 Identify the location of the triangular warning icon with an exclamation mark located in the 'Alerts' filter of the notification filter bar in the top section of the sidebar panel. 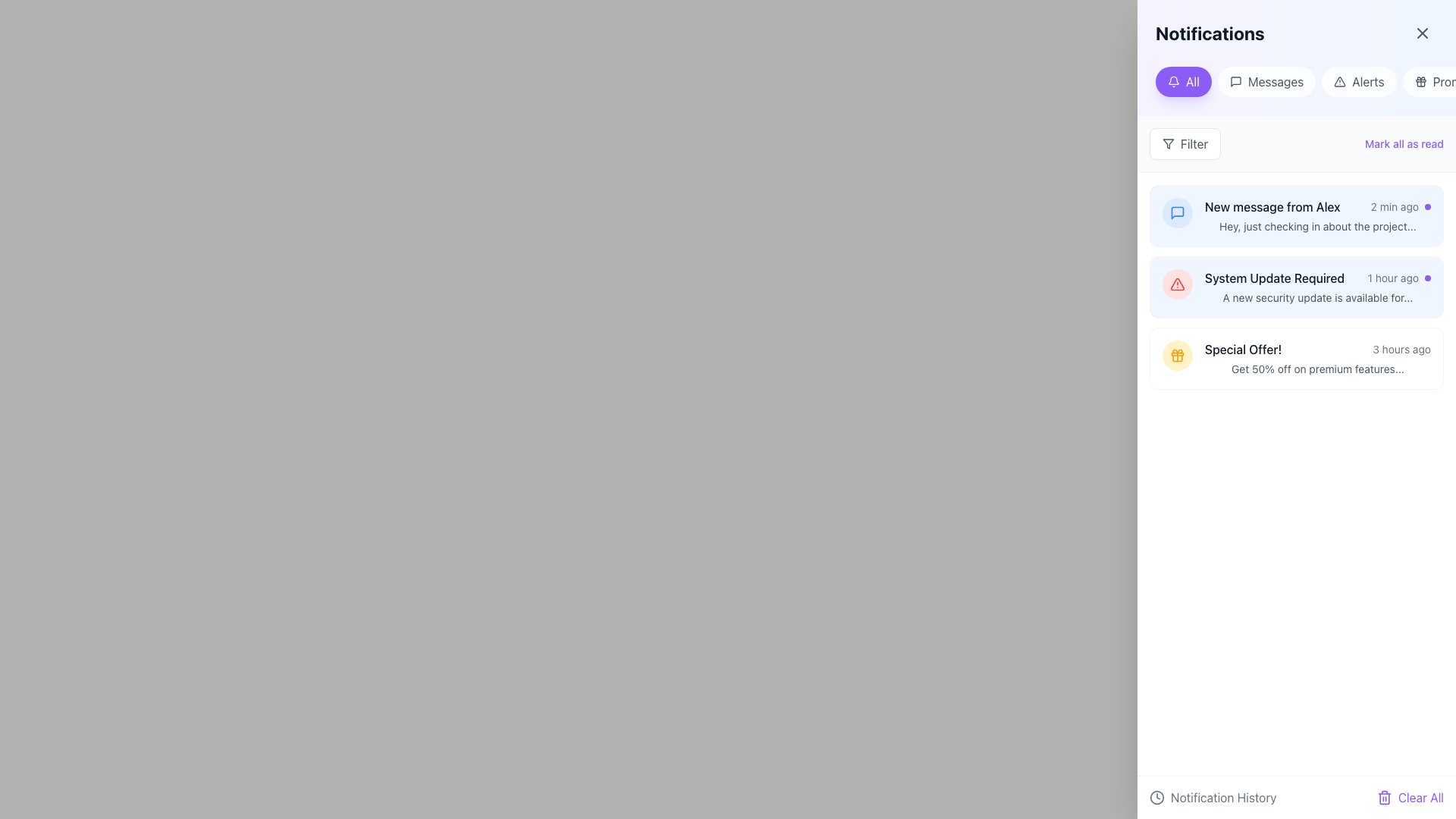
(1340, 82).